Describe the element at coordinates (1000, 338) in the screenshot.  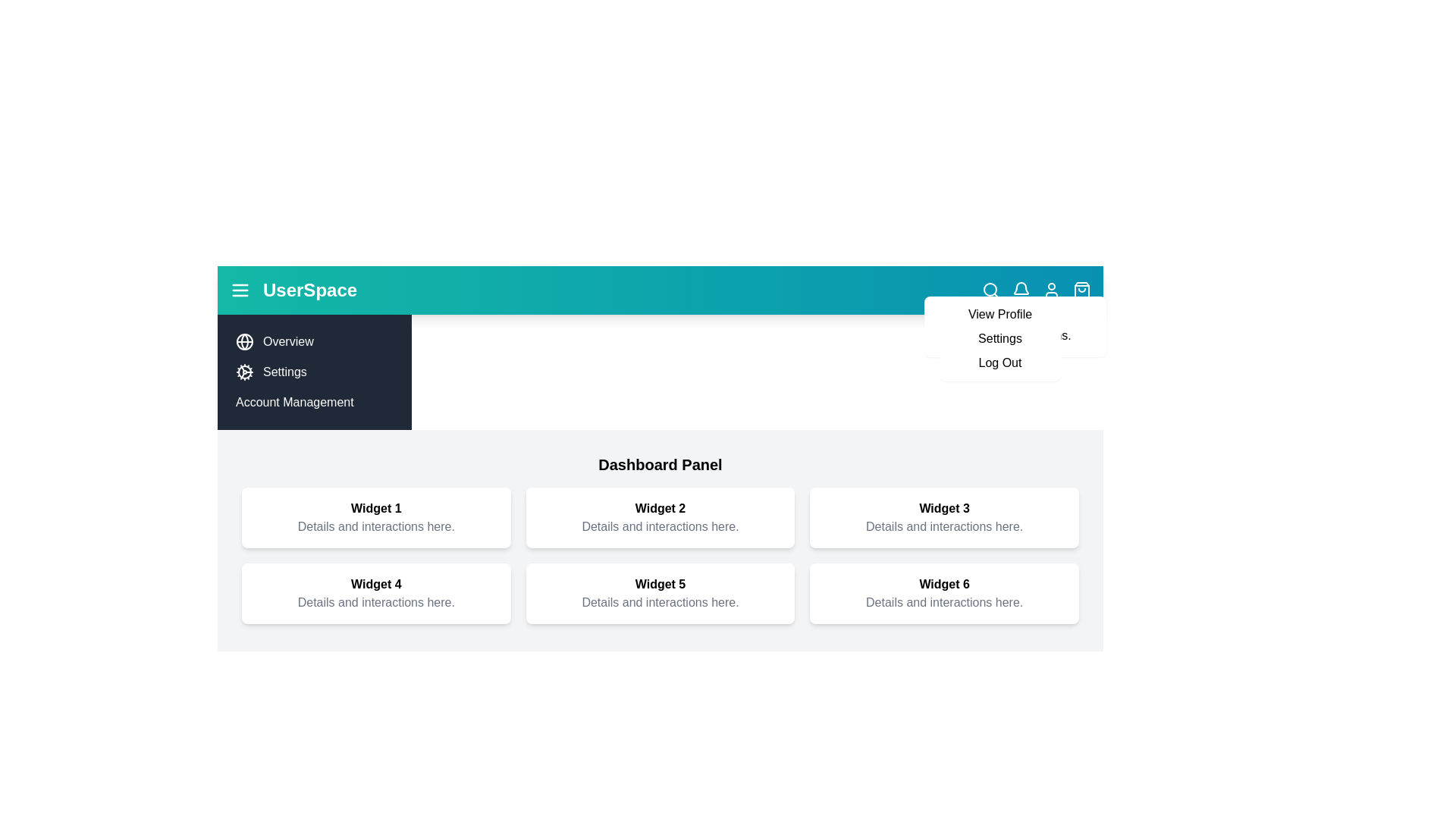
I see `the 'Settings' text item in the dropdown menu` at that location.